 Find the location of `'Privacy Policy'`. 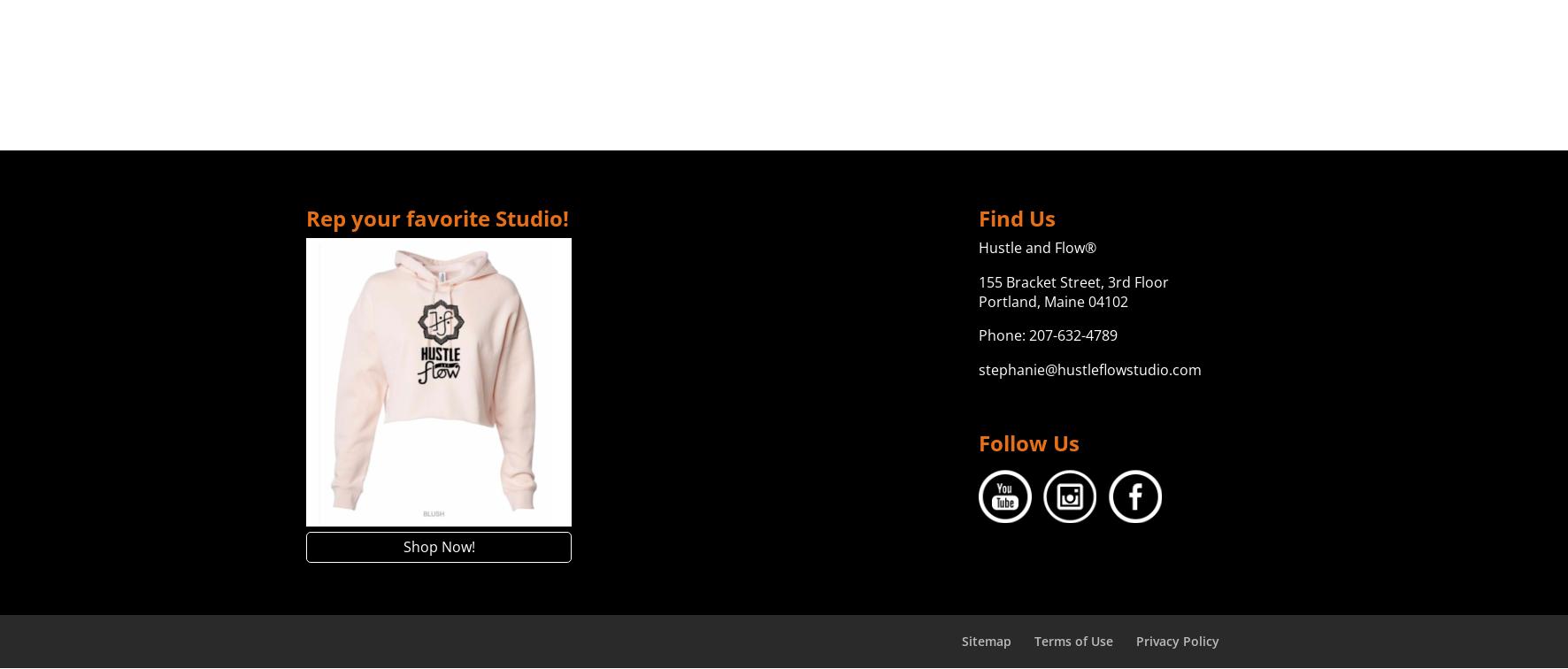

'Privacy Policy' is located at coordinates (1176, 640).